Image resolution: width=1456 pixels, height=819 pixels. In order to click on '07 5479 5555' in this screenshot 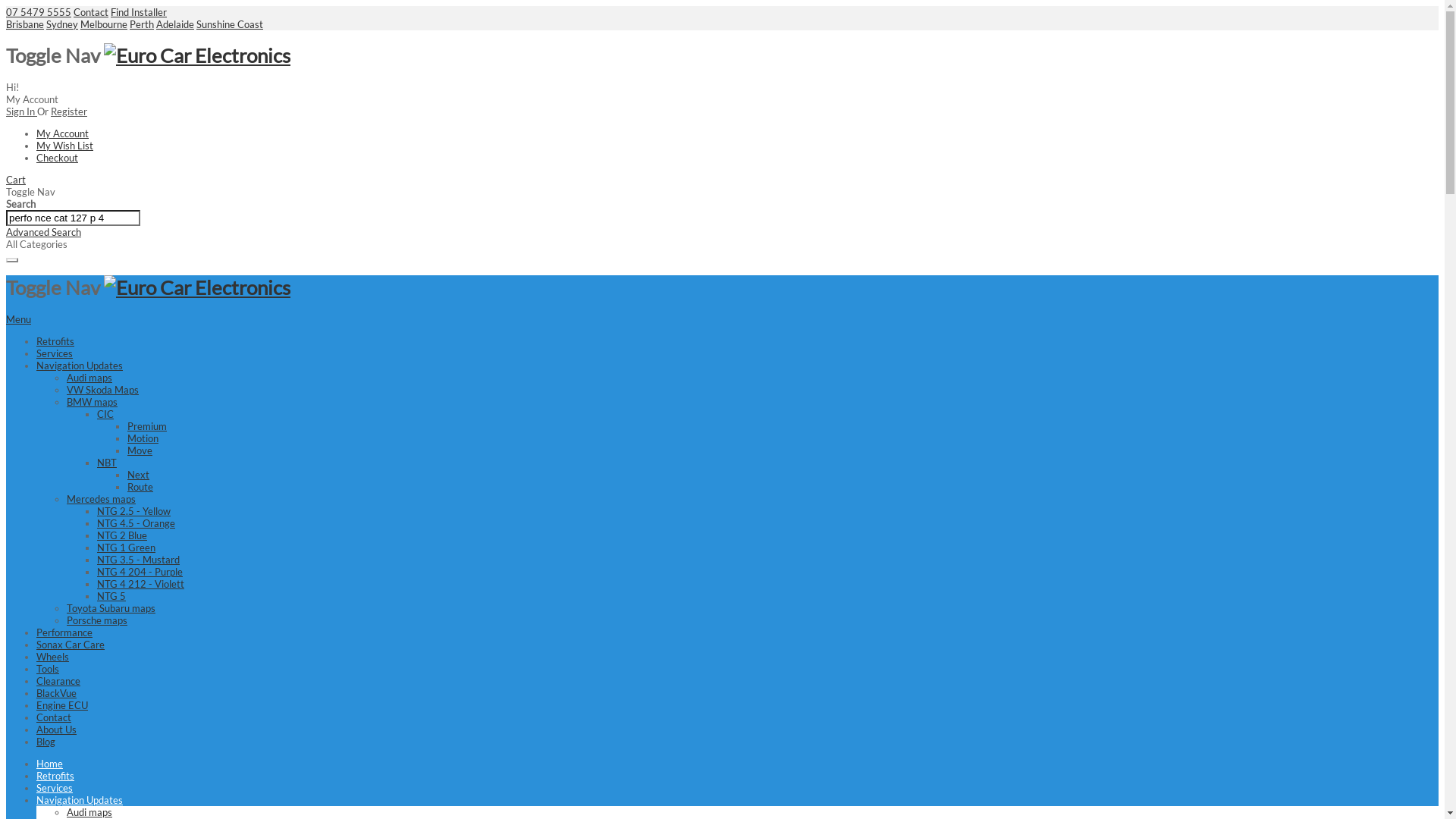, I will do `click(6, 11)`.